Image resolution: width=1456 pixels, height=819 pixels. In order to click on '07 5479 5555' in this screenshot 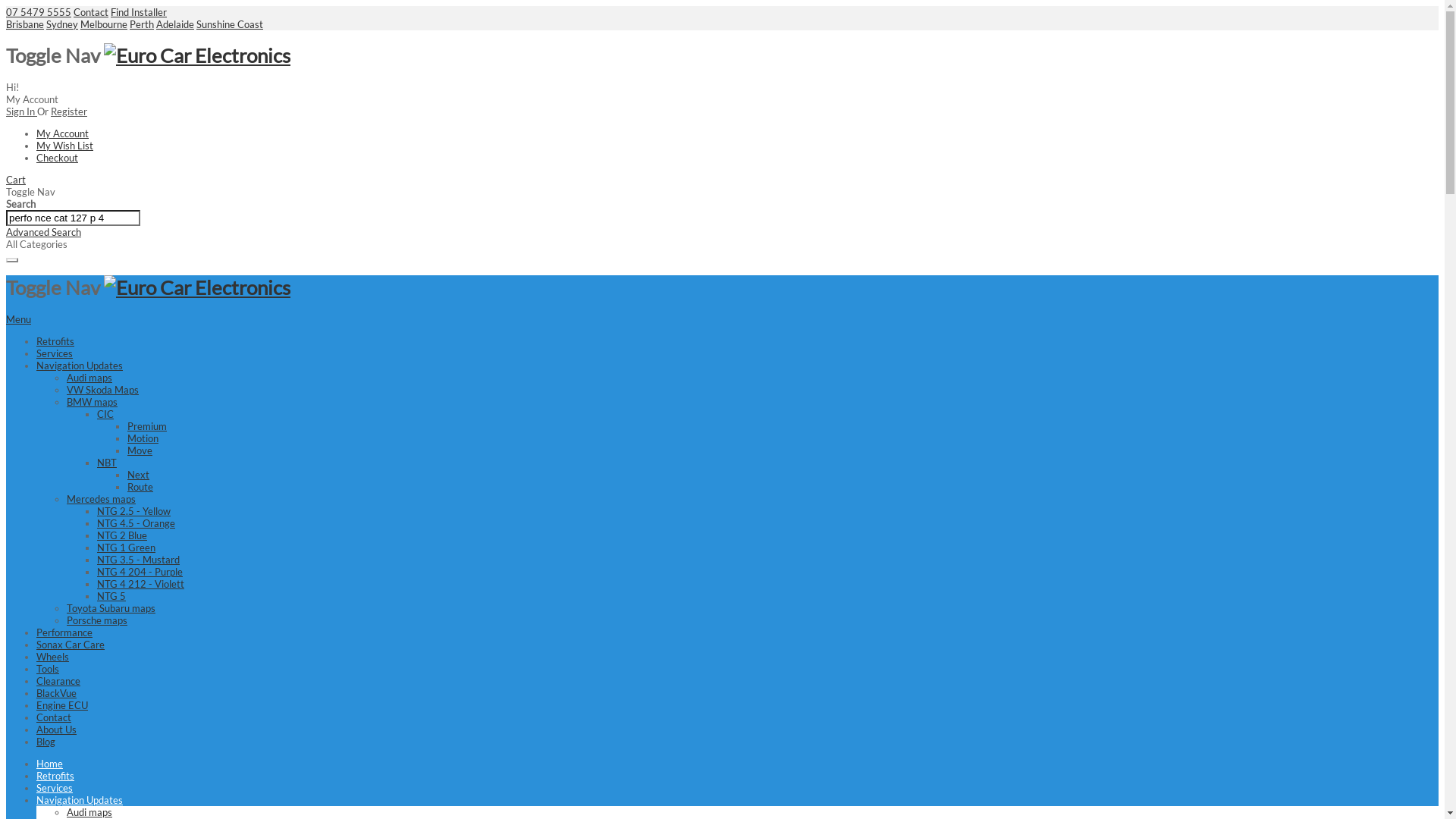, I will do `click(6, 11)`.